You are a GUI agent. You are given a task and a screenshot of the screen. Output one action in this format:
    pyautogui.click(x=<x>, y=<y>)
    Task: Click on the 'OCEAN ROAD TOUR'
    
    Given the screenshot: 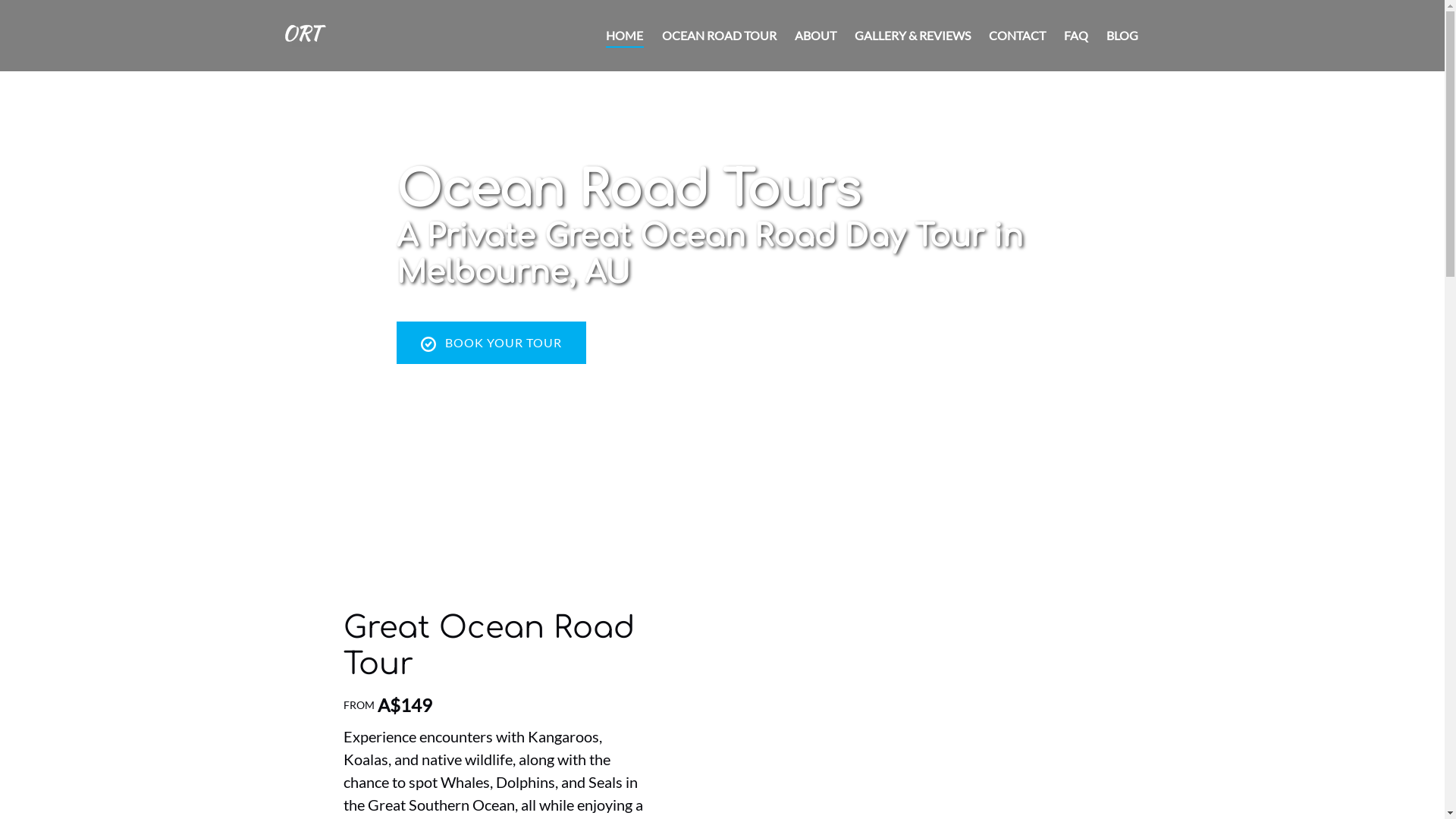 What is the action you would take?
    pyautogui.click(x=651, y=34)
    